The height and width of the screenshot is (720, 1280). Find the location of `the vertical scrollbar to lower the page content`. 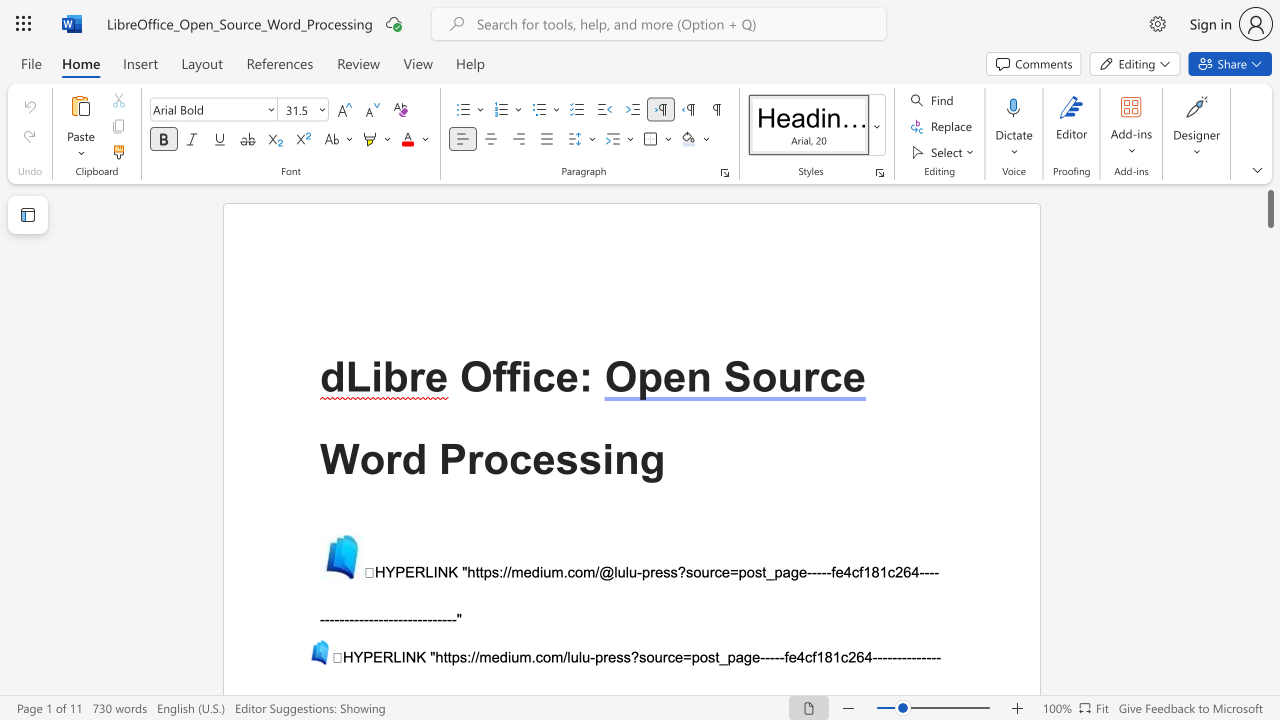

the vertical scrollbar to lower the page content is located at coordinates (1269, 630).